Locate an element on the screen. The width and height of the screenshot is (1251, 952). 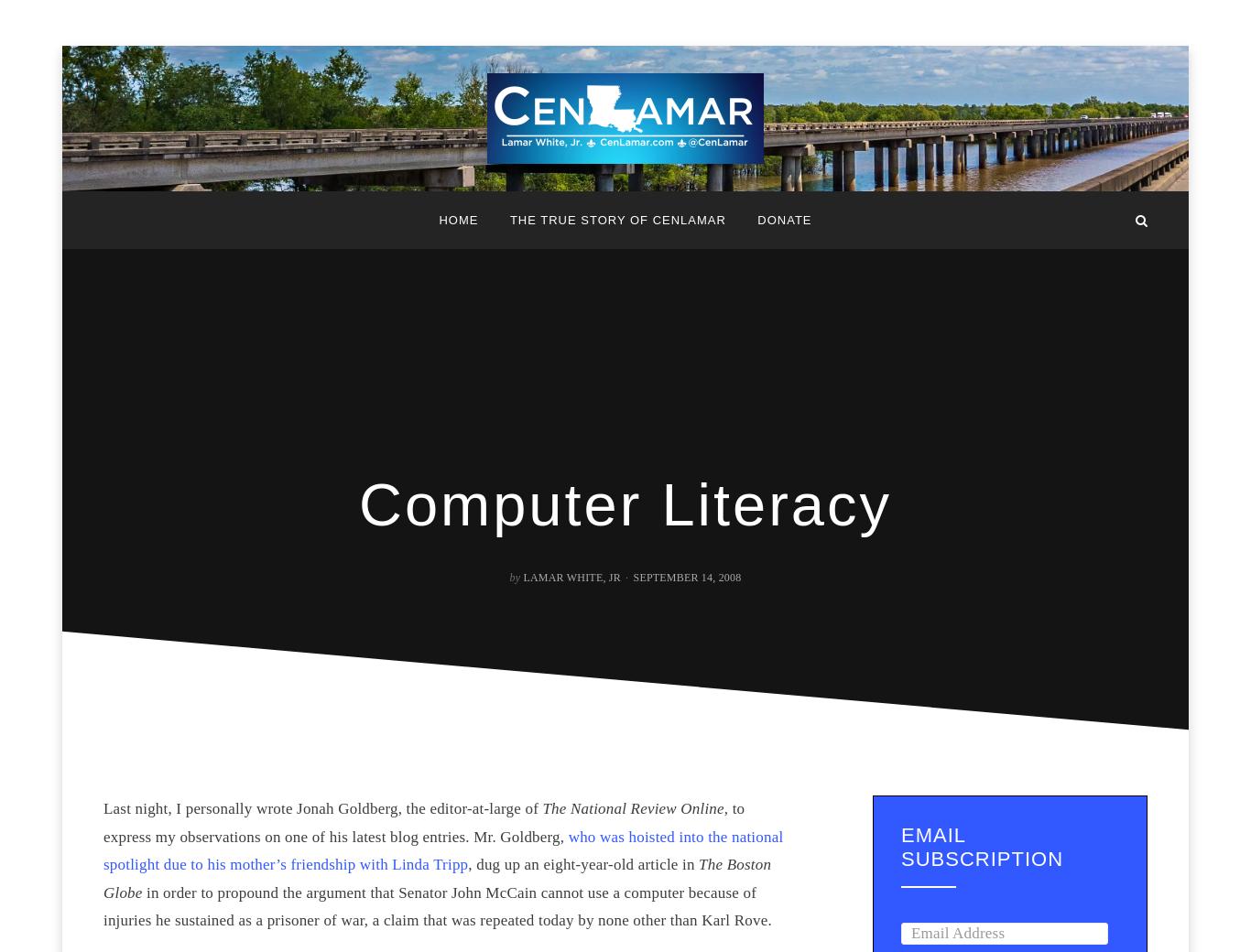
'Home' is located at coordinates (458, 220).